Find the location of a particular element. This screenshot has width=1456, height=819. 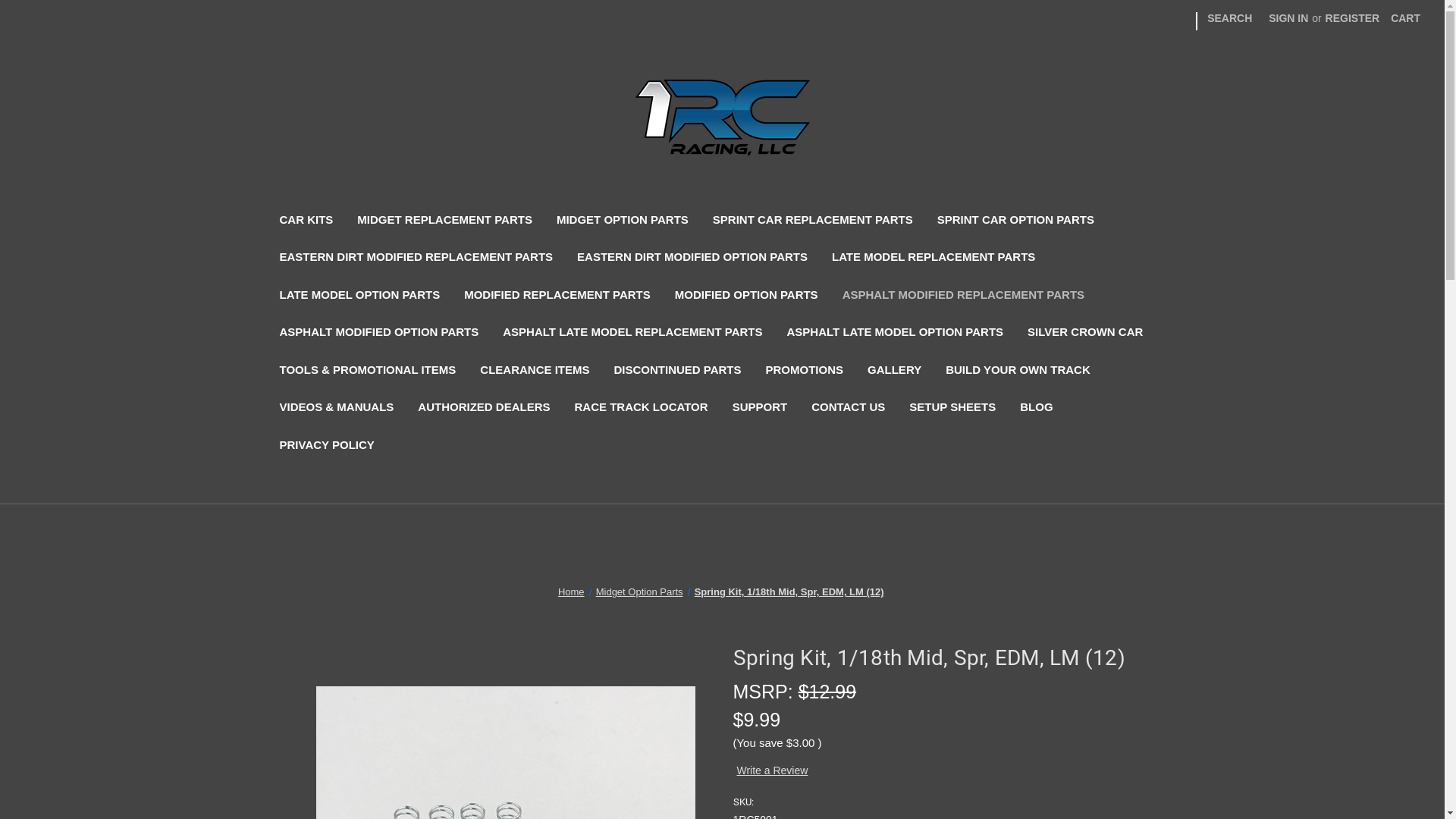

'SUPPORT' is located at coordinates (760, 408).